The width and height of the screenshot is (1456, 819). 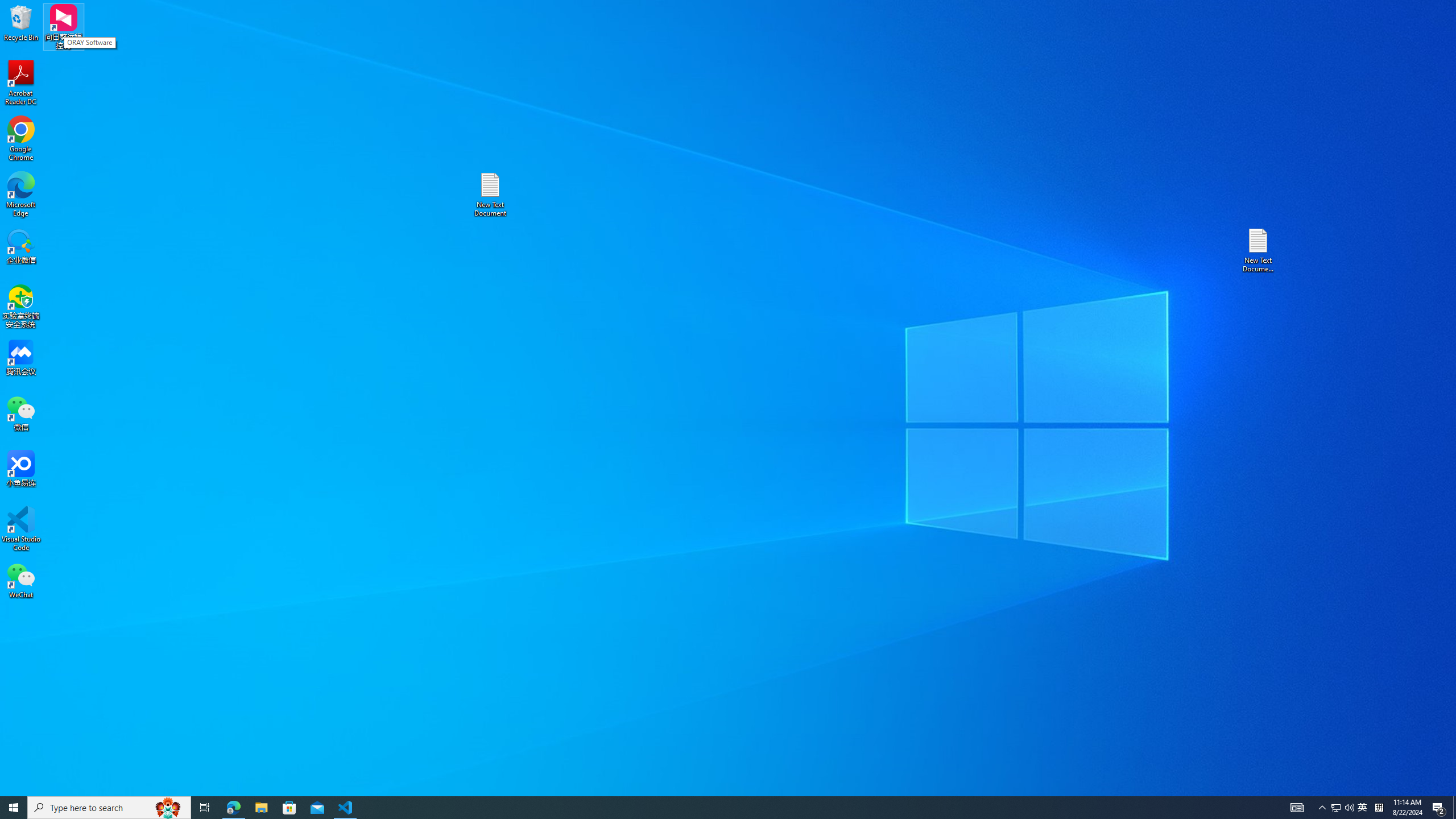 I want to click on 'Microsoft Store', so click(x=289, y=806).